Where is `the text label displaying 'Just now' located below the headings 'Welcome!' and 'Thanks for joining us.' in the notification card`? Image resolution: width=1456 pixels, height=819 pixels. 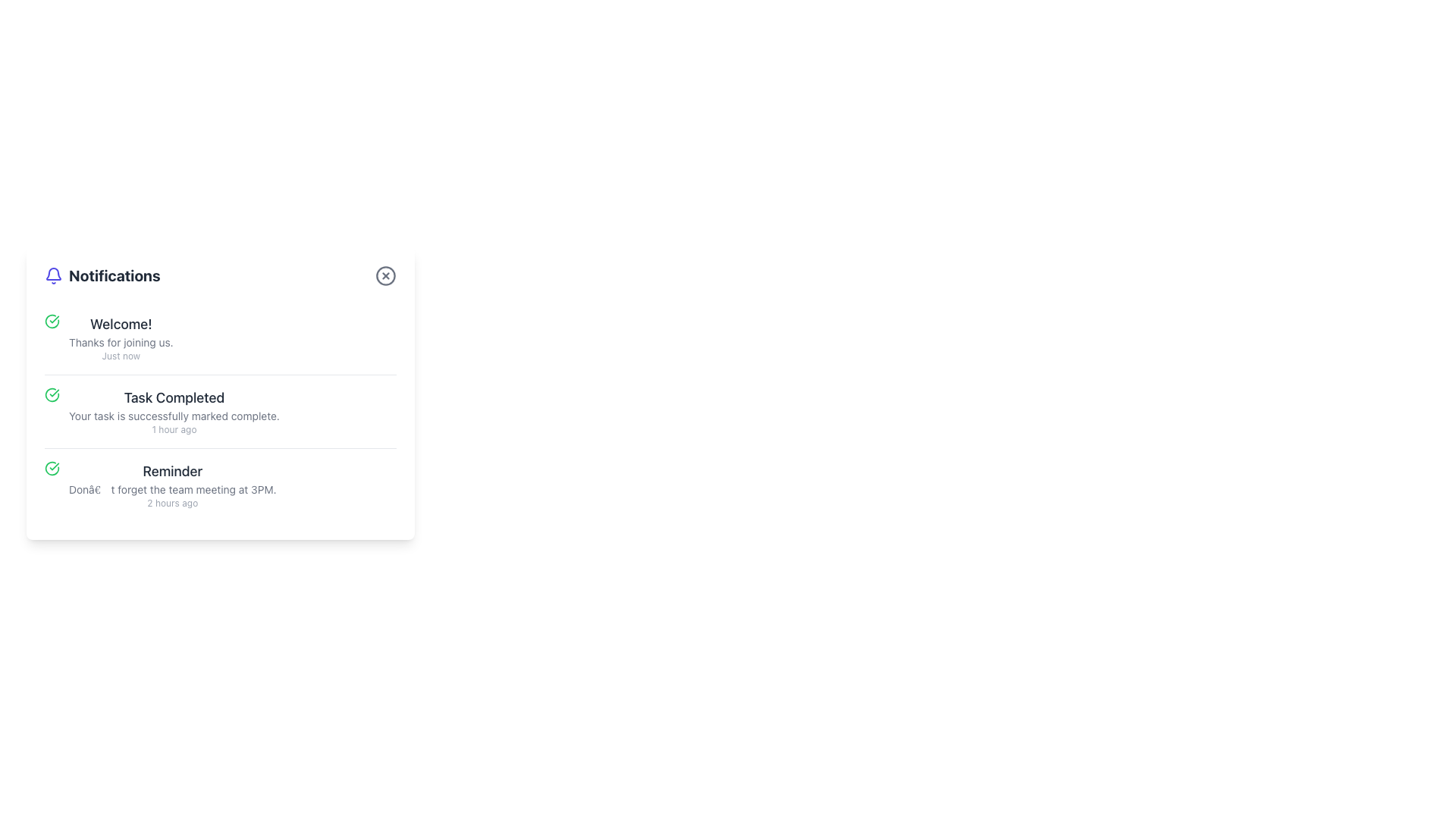 the text label displaying 'Just now' located below the headings 'Welcome!' and 'Thanks for joining us.' in the notification card is located at coordinates (120, 356).